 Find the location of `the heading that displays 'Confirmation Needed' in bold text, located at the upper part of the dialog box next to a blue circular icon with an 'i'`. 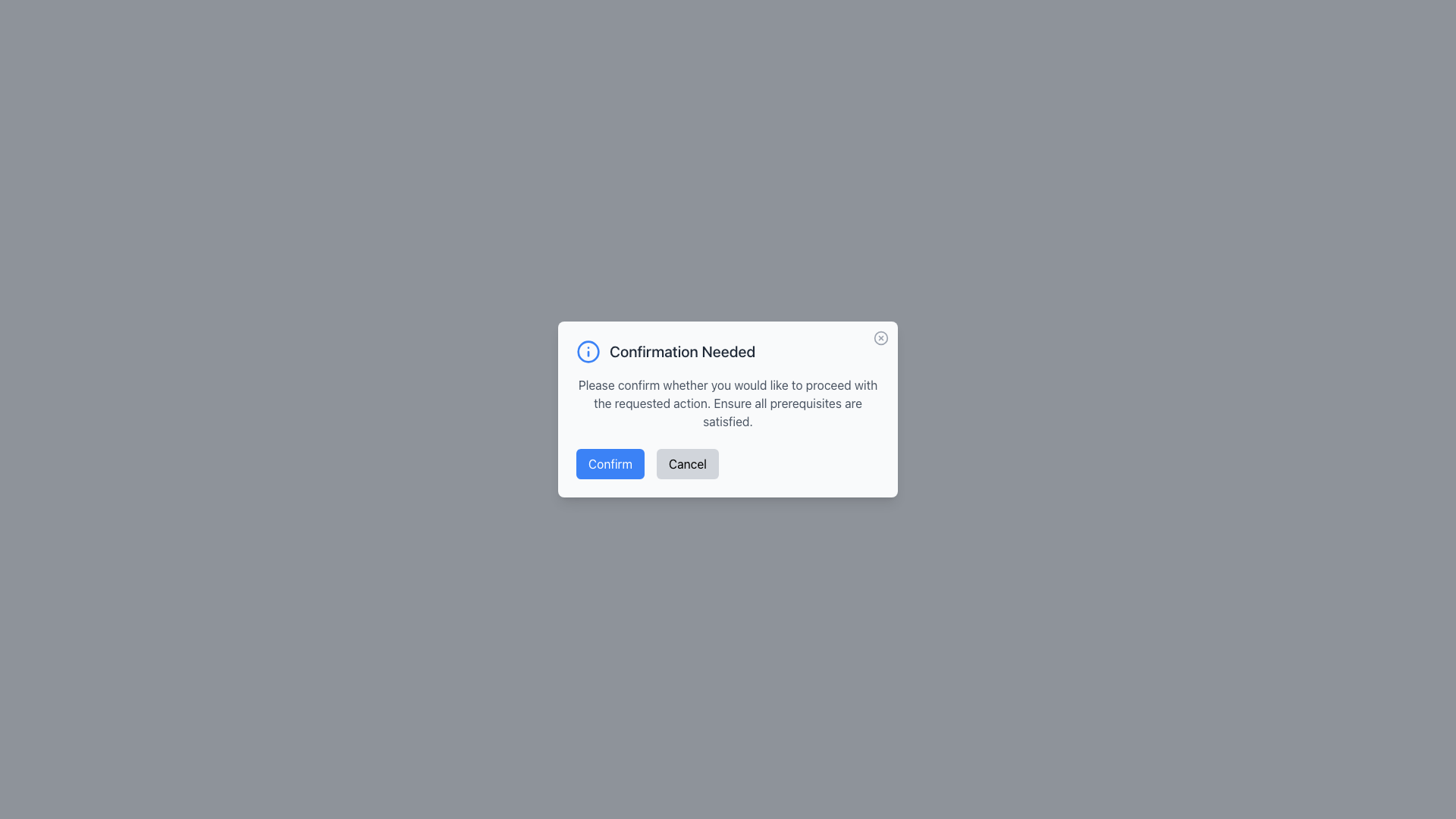

the heading that displays 'Confirmation Needed' in bold text, located at the upper part of the dialog box next to a blue circular icon with an 'i' is located at coordinates (728, 351).